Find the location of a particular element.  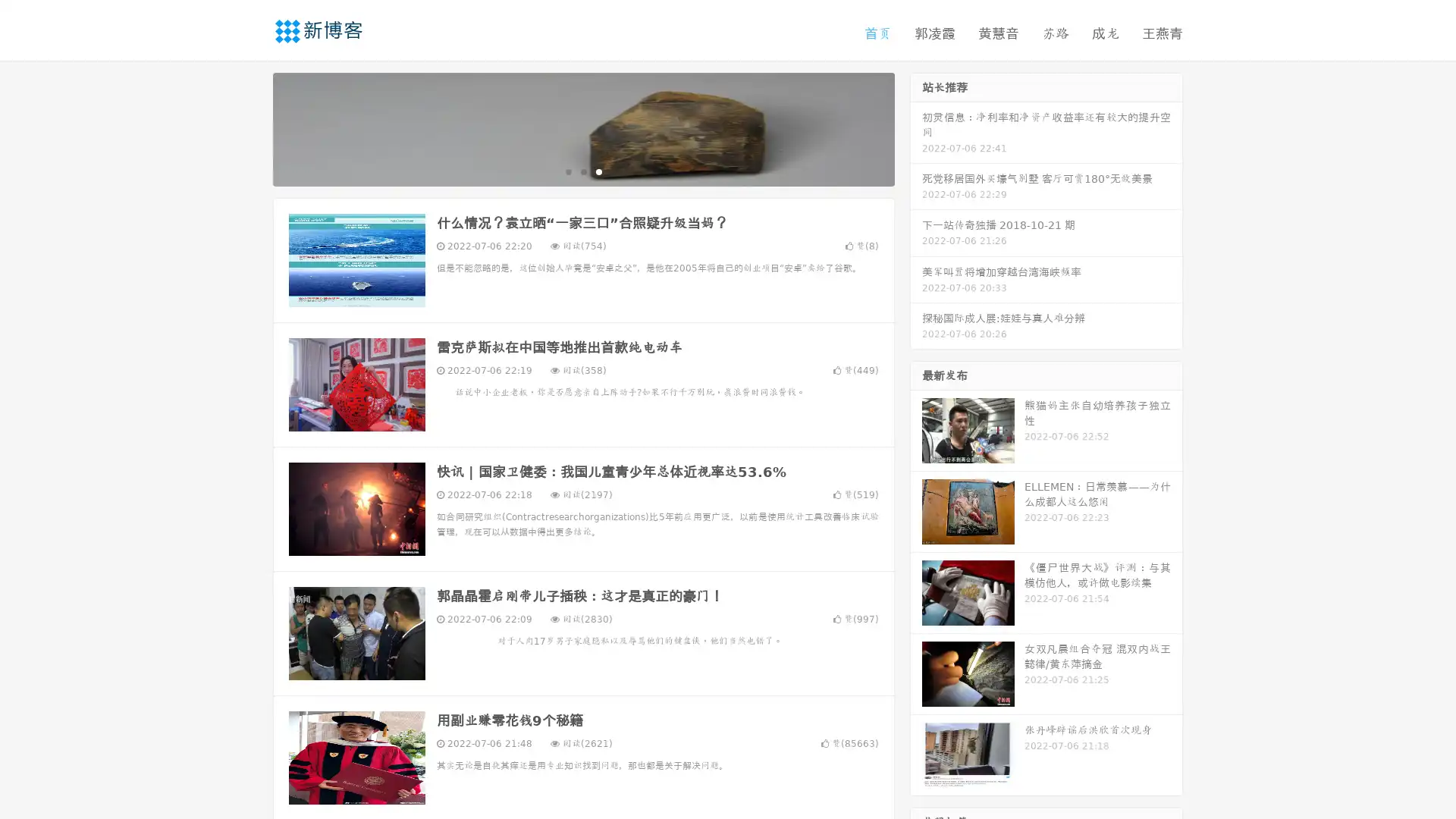

Go to slide 3 is located at coordinates (598, 171).